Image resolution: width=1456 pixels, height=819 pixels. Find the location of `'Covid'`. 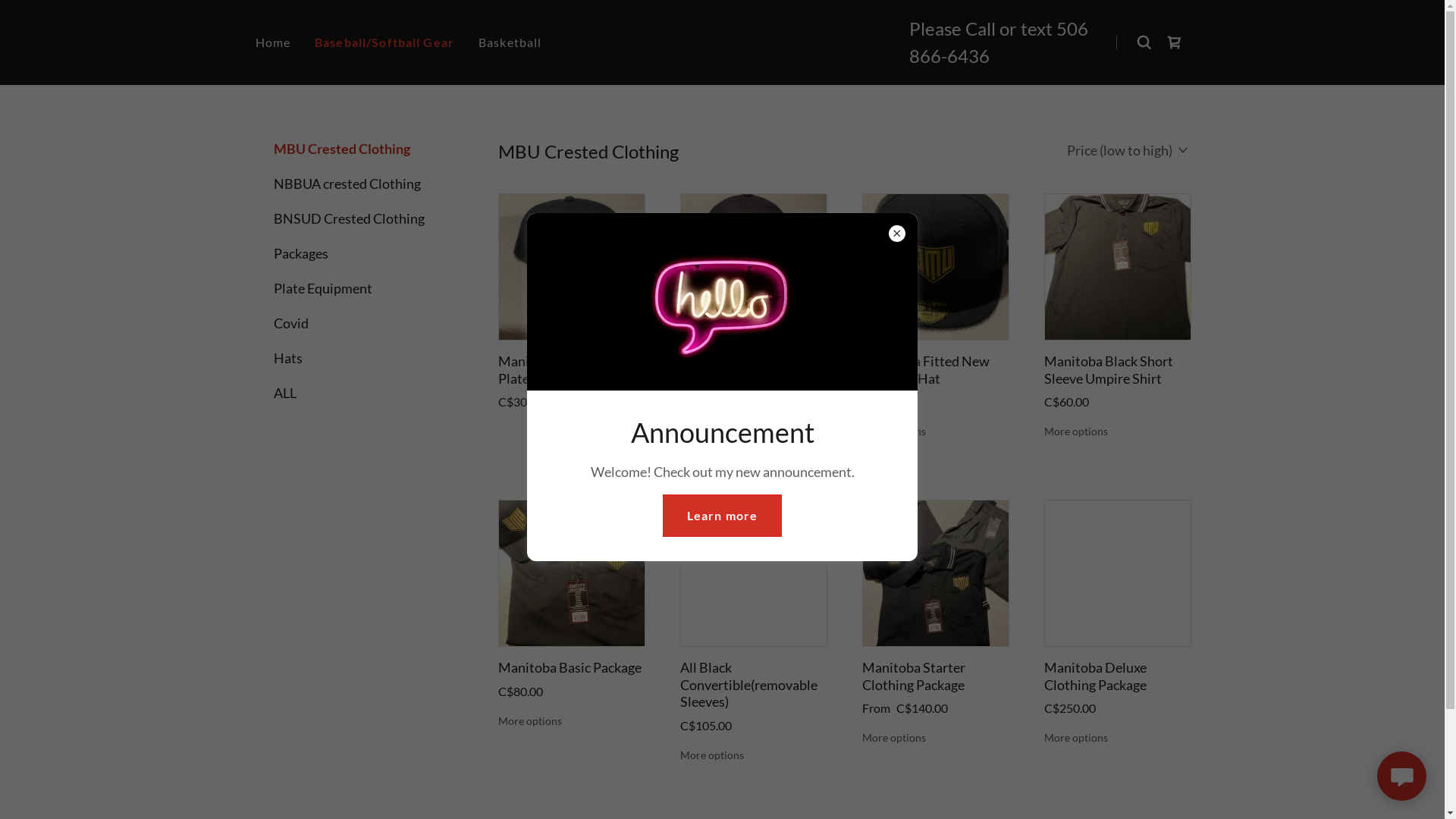

'Covid' is located at coordinates (356, 322).